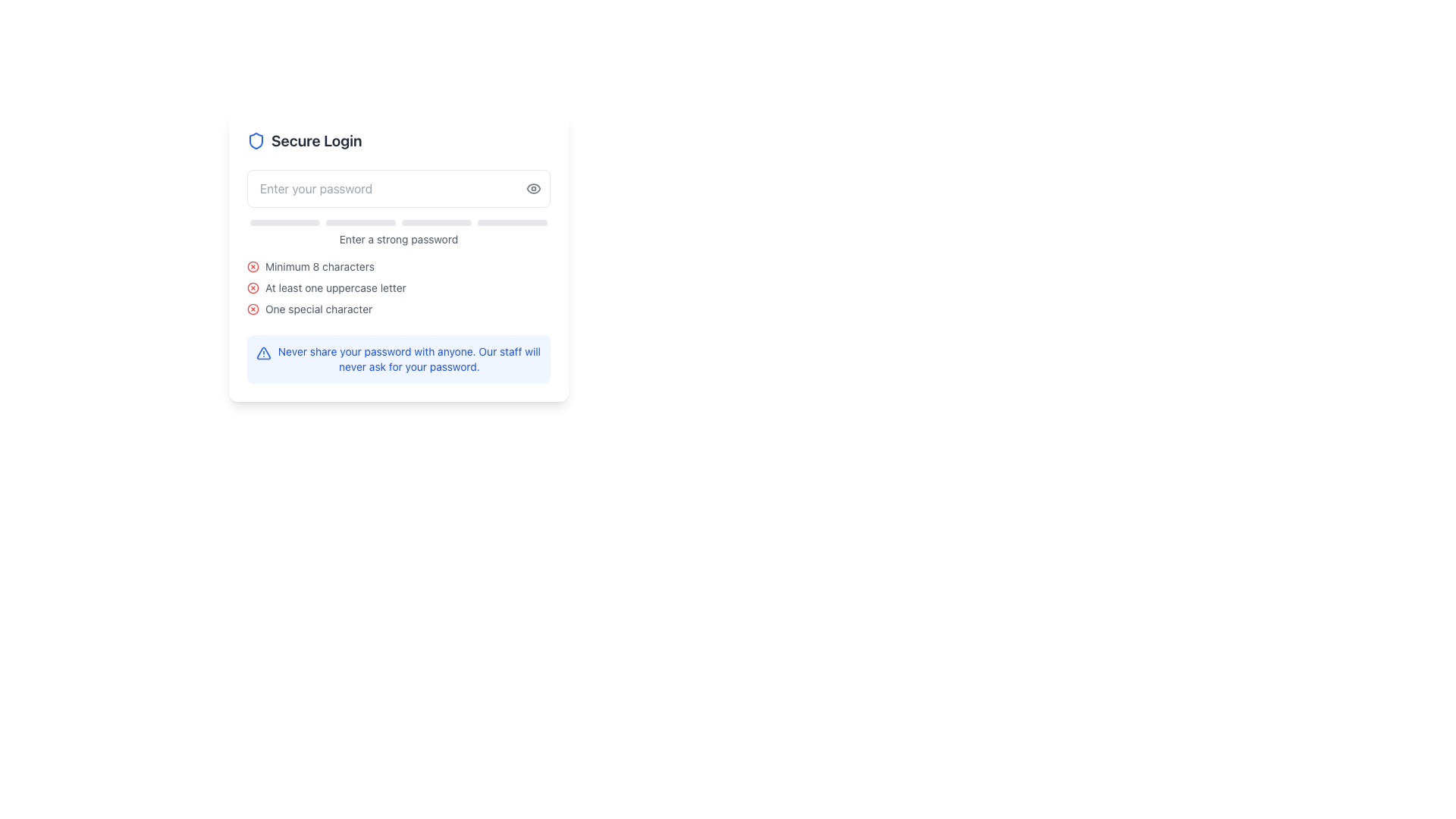  I want to click on text in the informational warning box with a blue background that advises against sharing passwords, located at the bottom of the 'Secure Login' card, so click(399, 359).